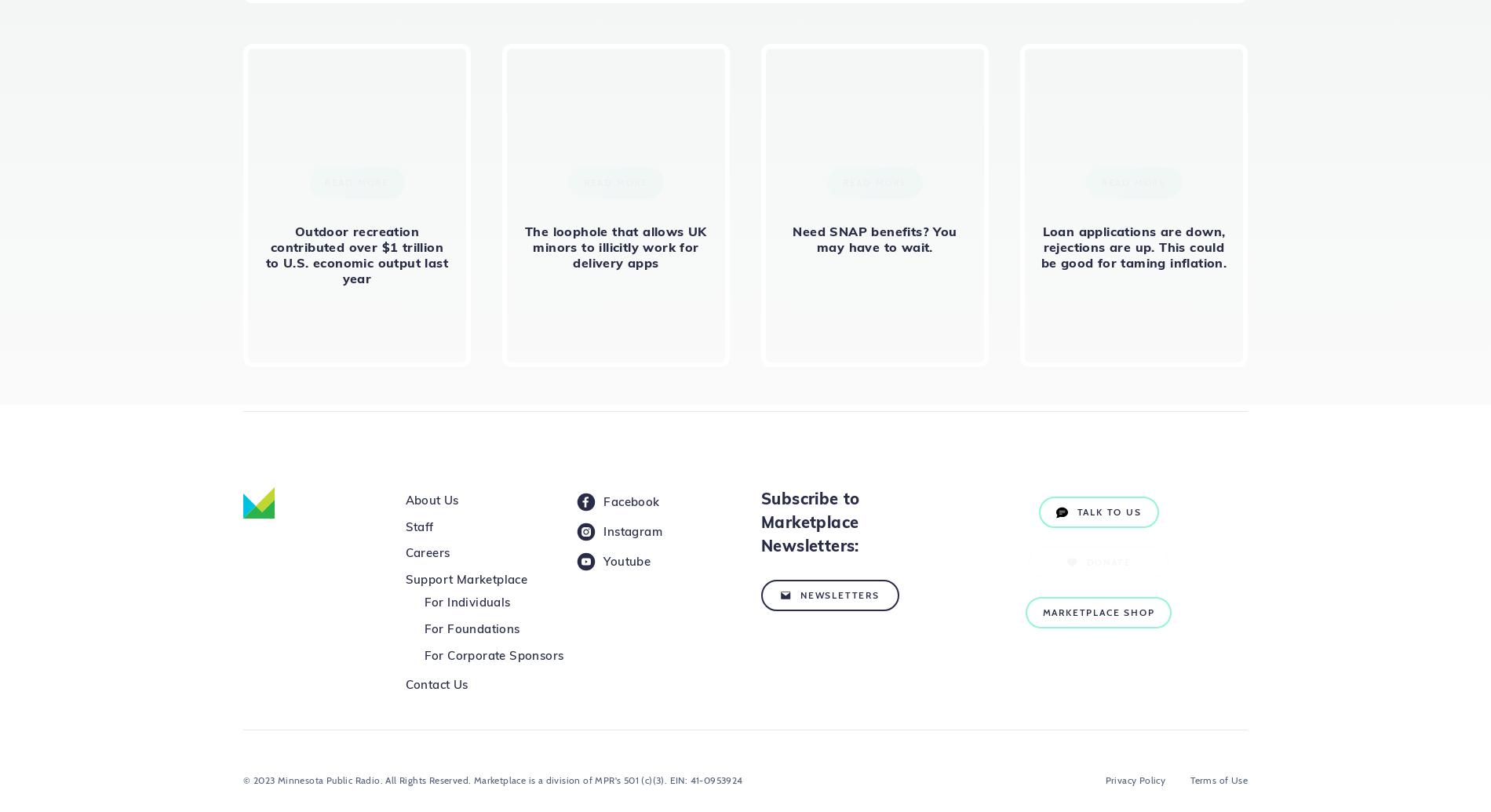 The width and height of the screenshot is (1491, 812). I want to click on 'About Us', so click(432, 499).